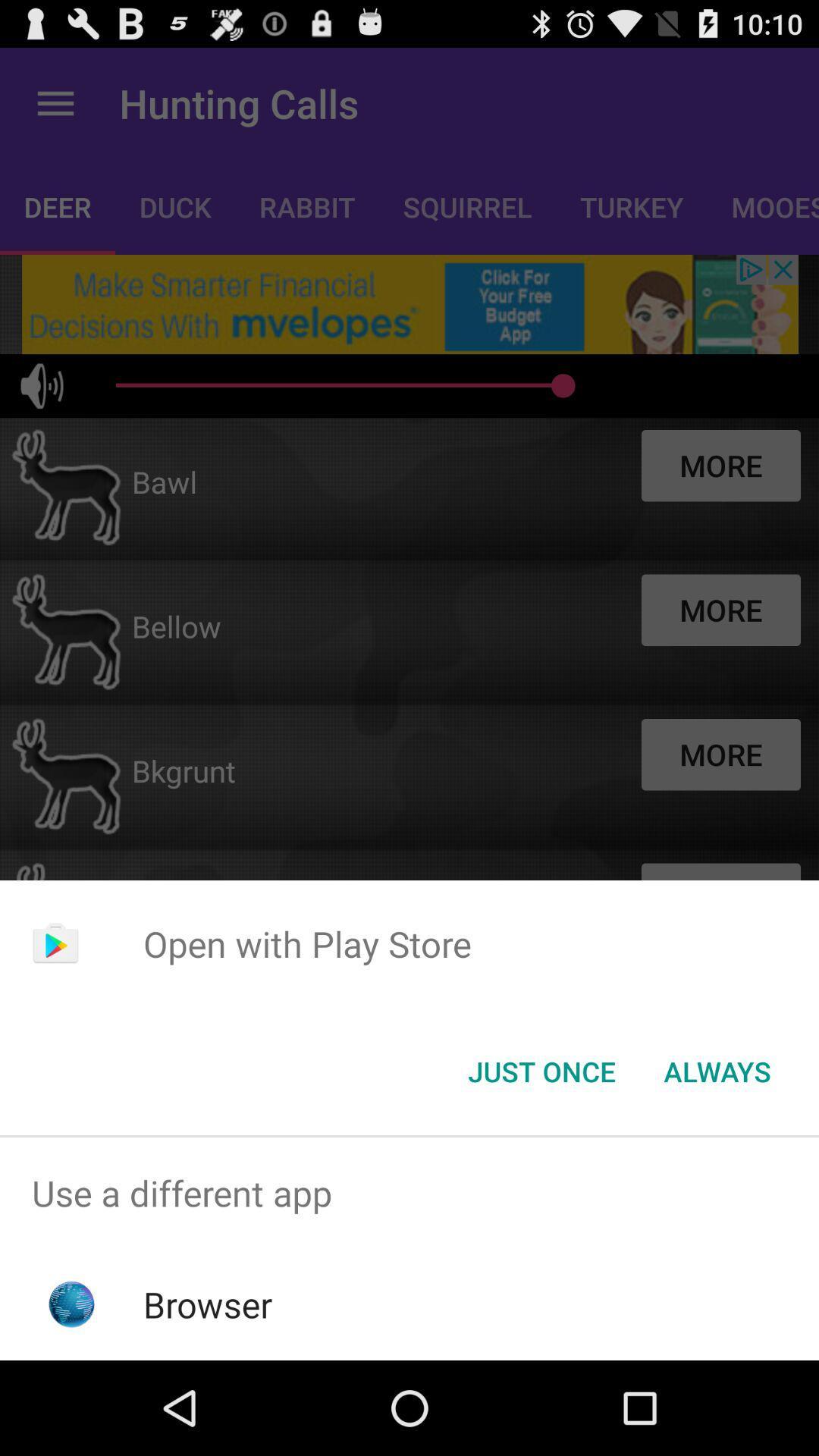 This screenshot has width=819, height=1456. Describe the element at coordinates (541, 1070) in the screenshot. I see `button next to the always icon` at that location.